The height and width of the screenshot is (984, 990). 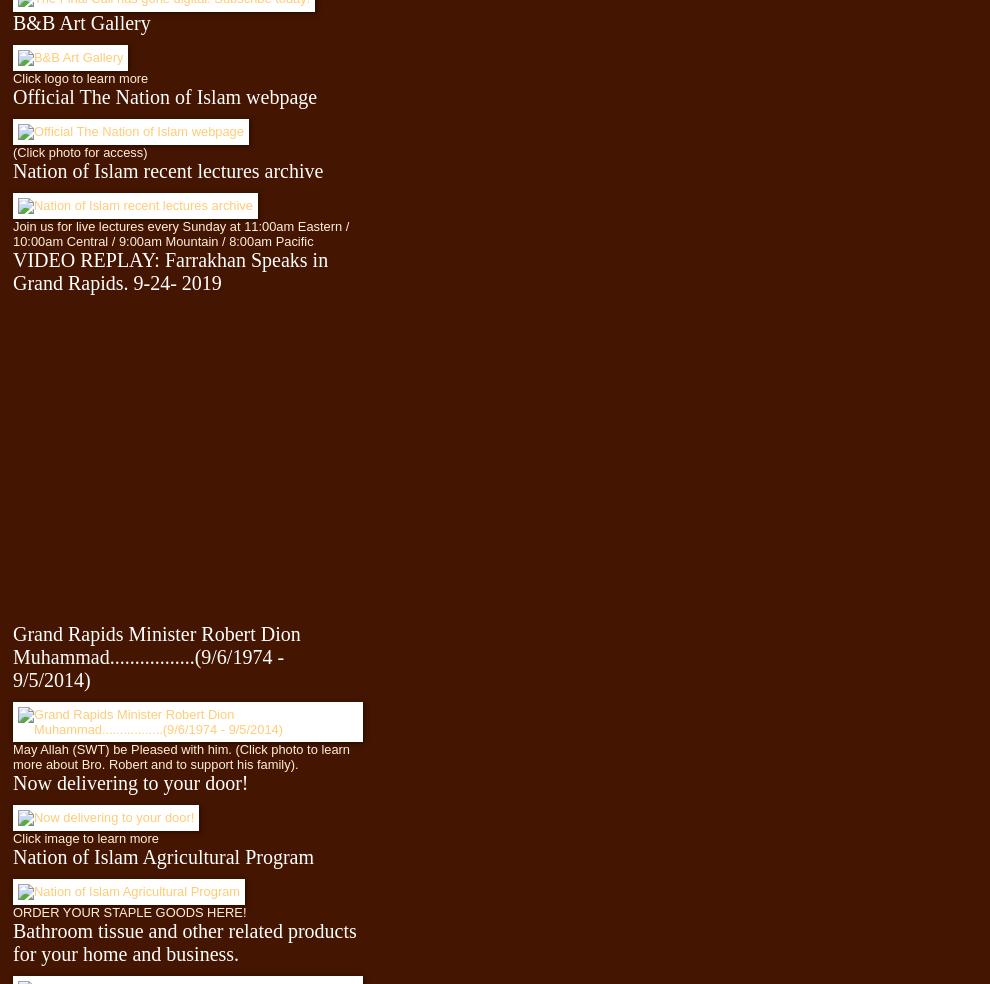 I want to click on '(Click photo for access)', so click(x=79, y=151).